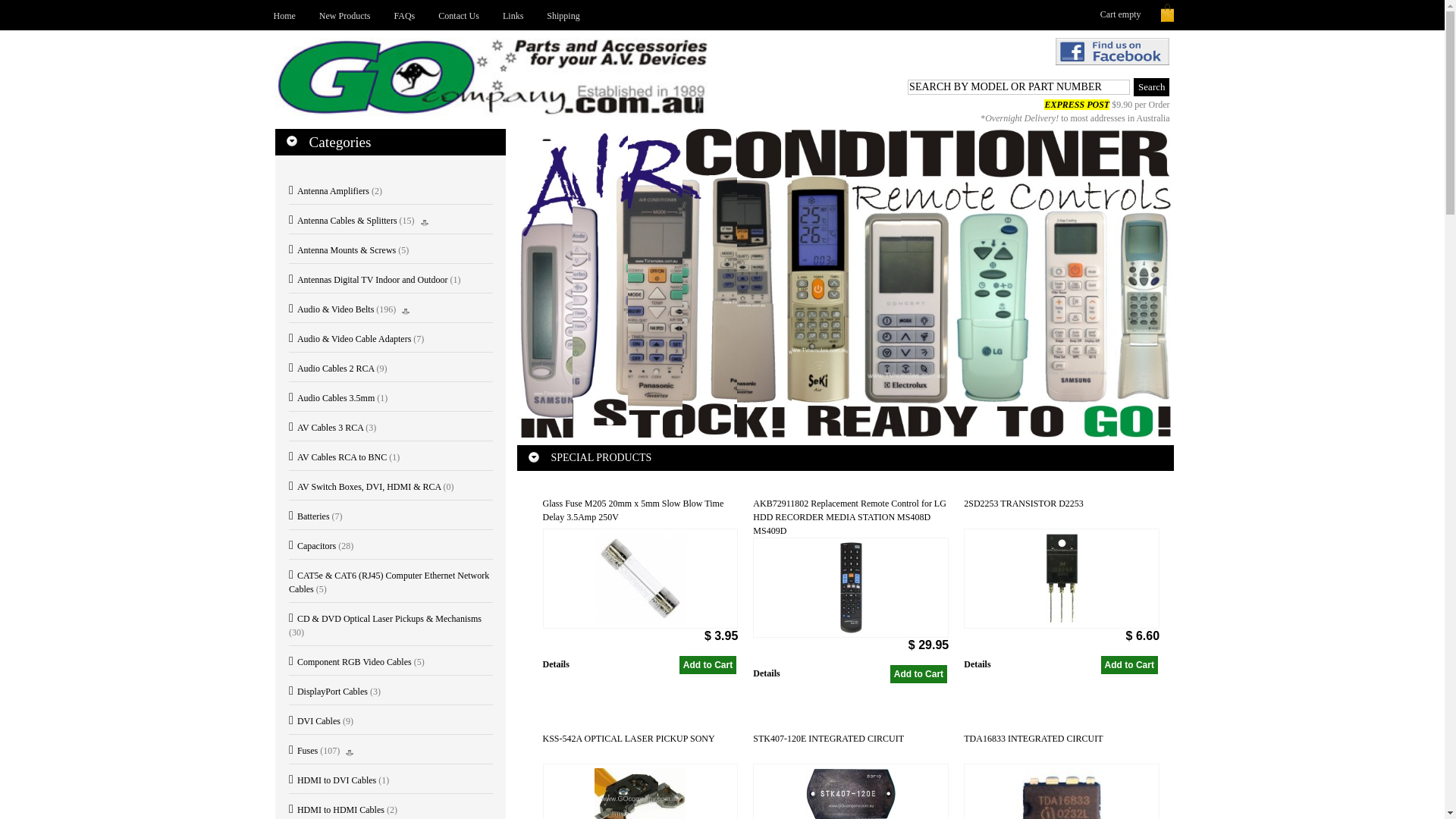  What do you see at coordinates (337, 456) in the screenshot?
I see `'AV Cables RCA to BNC'` at bounding box center [337, 456].